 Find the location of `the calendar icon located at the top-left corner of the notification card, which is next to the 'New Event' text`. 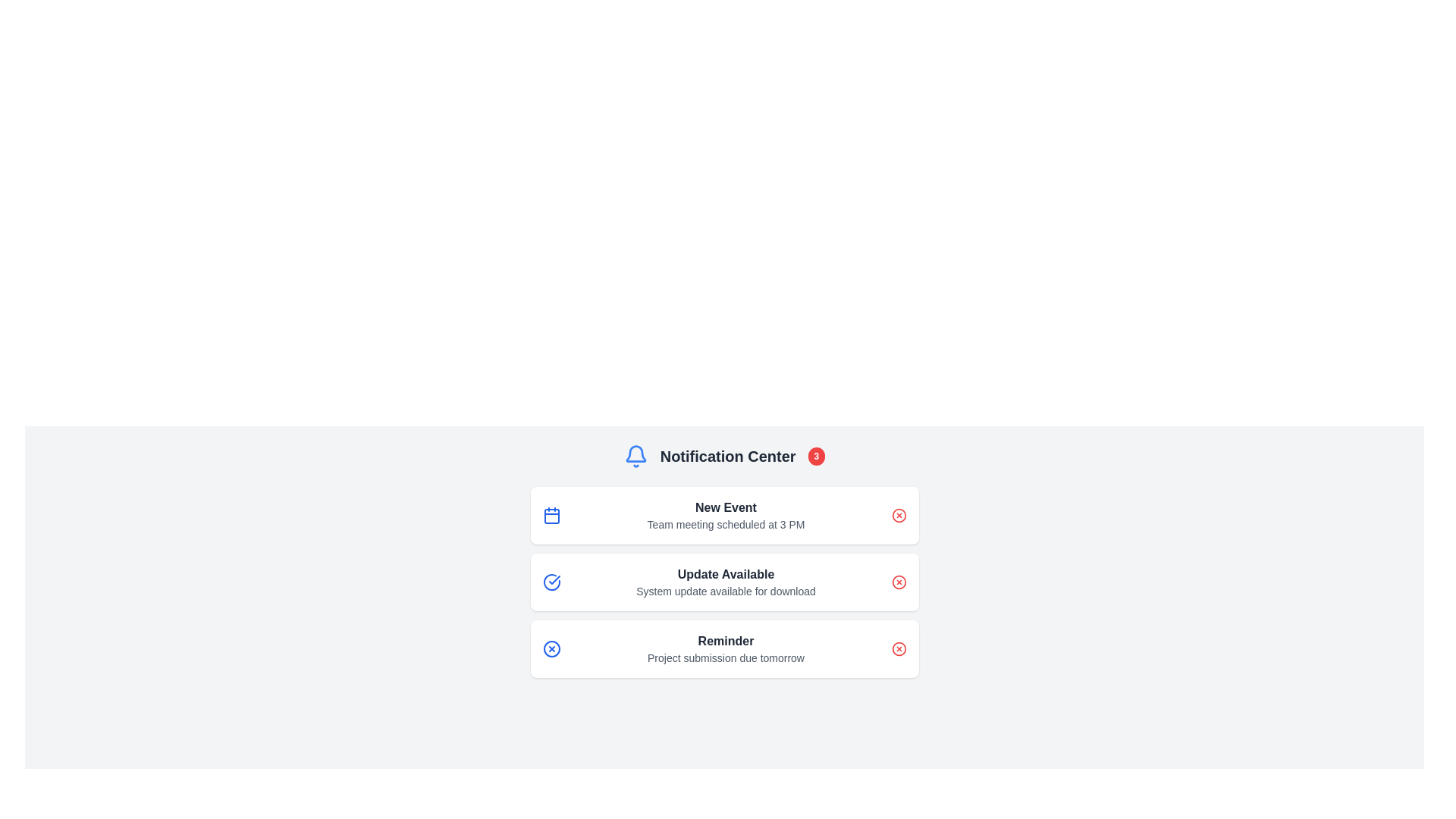

the calendar icon located at the top-left corner of the notification card, which is next to the 'New Event' text is located at coordinates (551, 514).